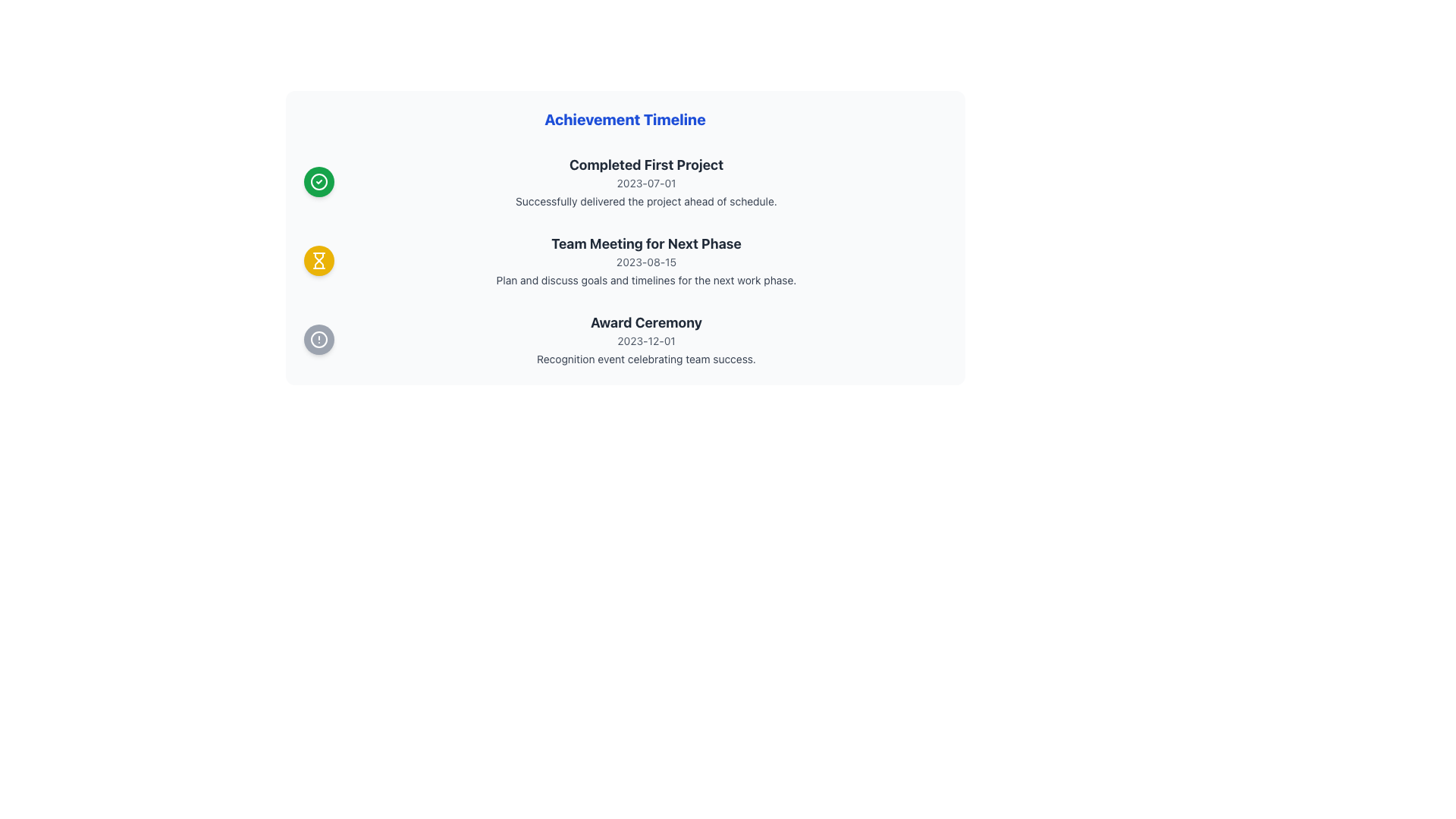 The image size is (1456, 819). Describe the element at coordinates (646, 201) in the screenshot. I see `the descriptive text element located below '2023-07-01' and above 'Team Meeting for Next Phase'` at that location.